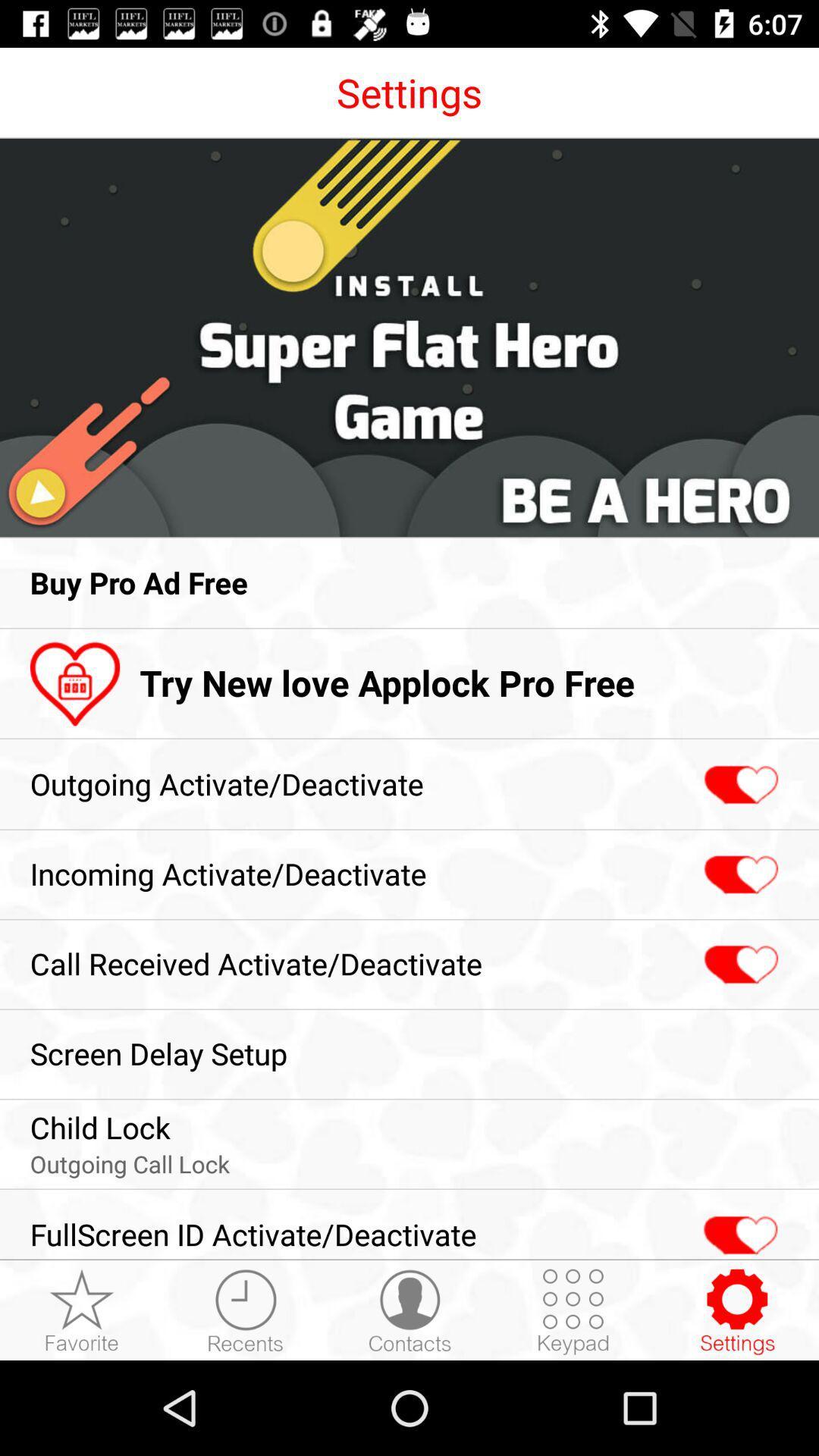 This screenshot has width=819, height=1456. What do you see at coordinates (738, 1227) in the screenshot?
I see `fullscreen activating and deactivating button` at bounding box center [738, 1227].